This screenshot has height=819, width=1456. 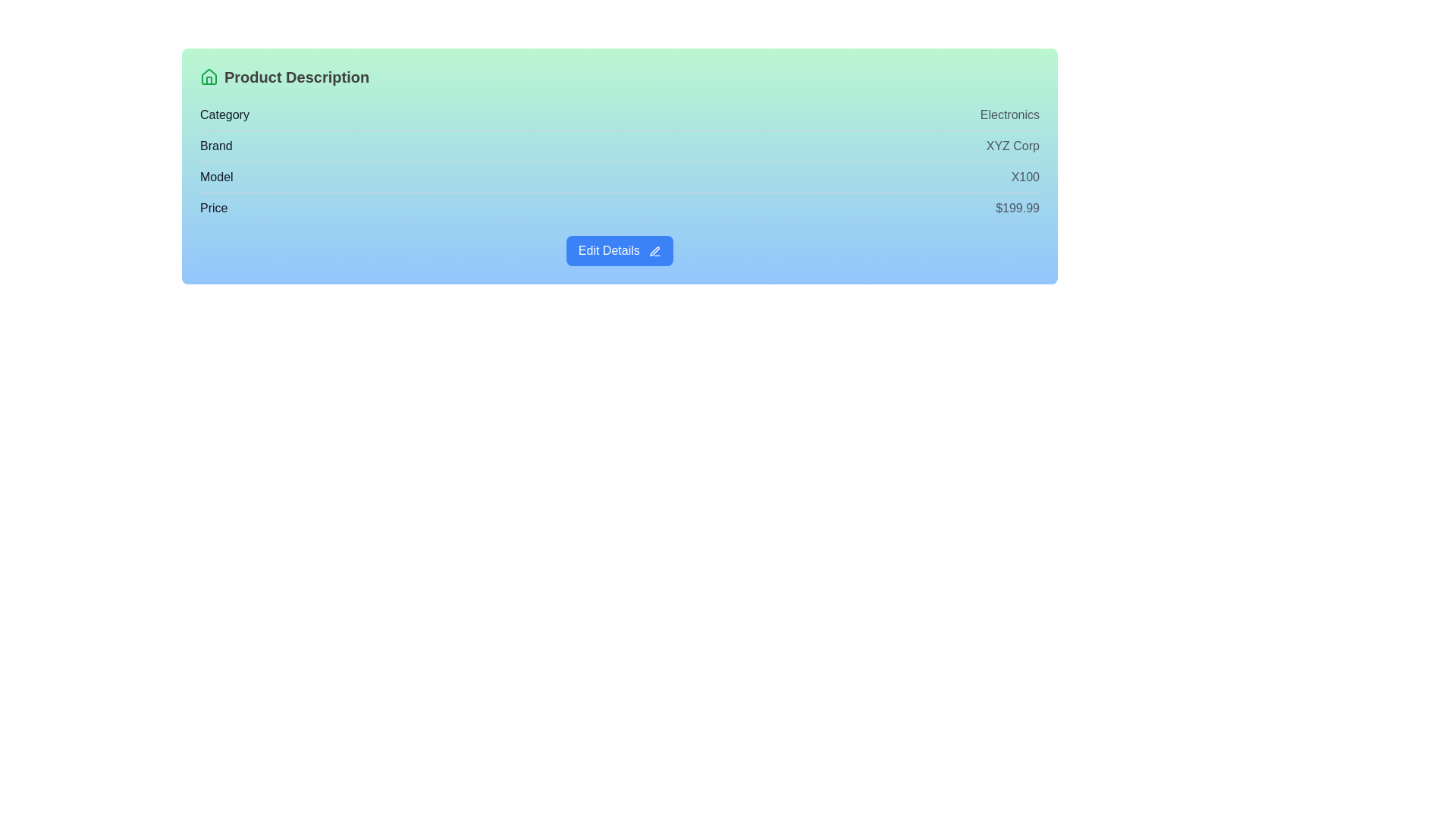 I want to click on the 'Edit Details' button located centrally at the bottom of the card element, beneath the 'Price' information, so click(x=620, y=250).